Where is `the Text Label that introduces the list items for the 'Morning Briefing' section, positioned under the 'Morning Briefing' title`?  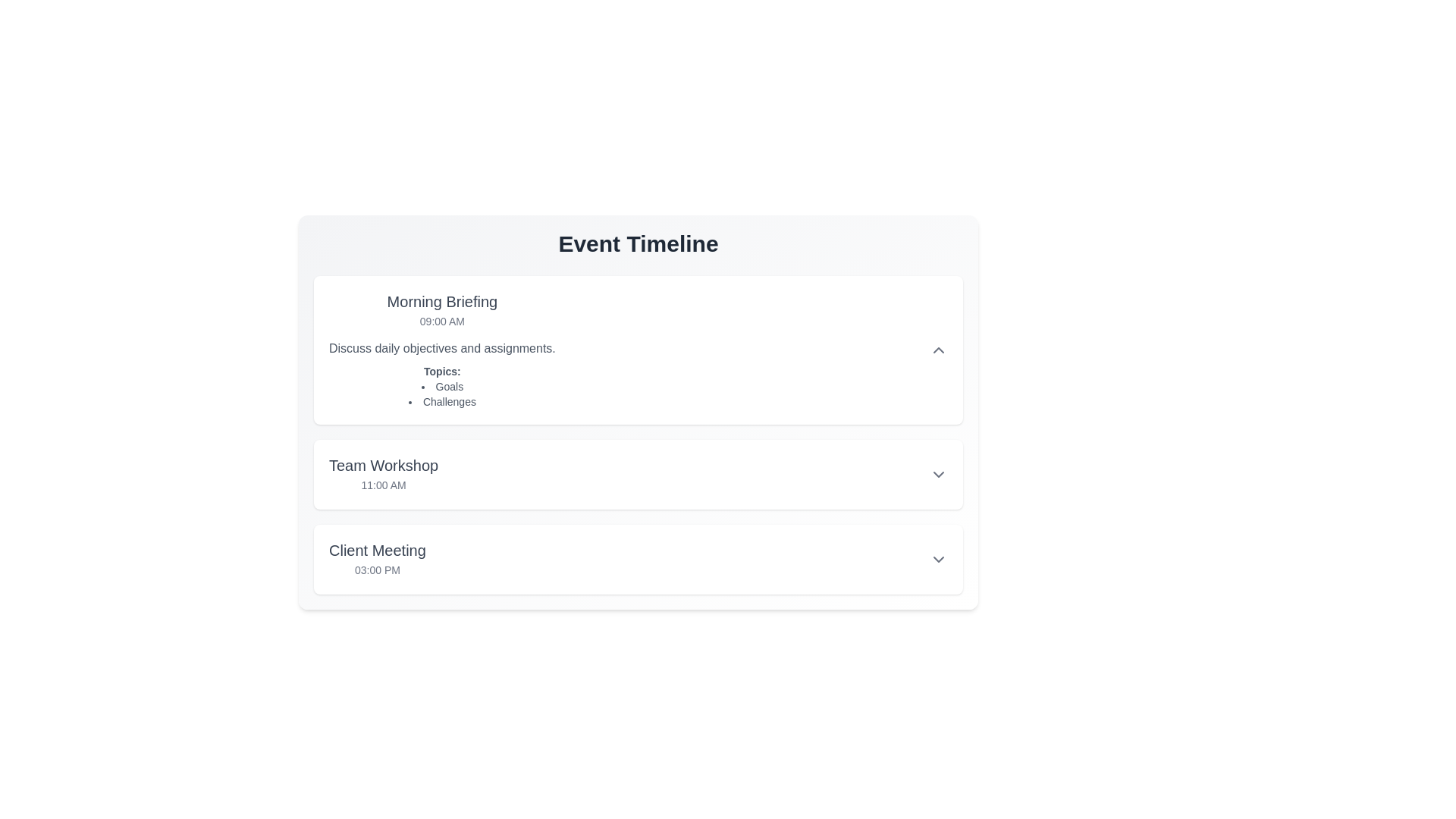 the Text Label that introduces the list items for the 'Morning Briefing' section, positioned under the 'Morning Briefing' title is located at coordinates (441, 371).